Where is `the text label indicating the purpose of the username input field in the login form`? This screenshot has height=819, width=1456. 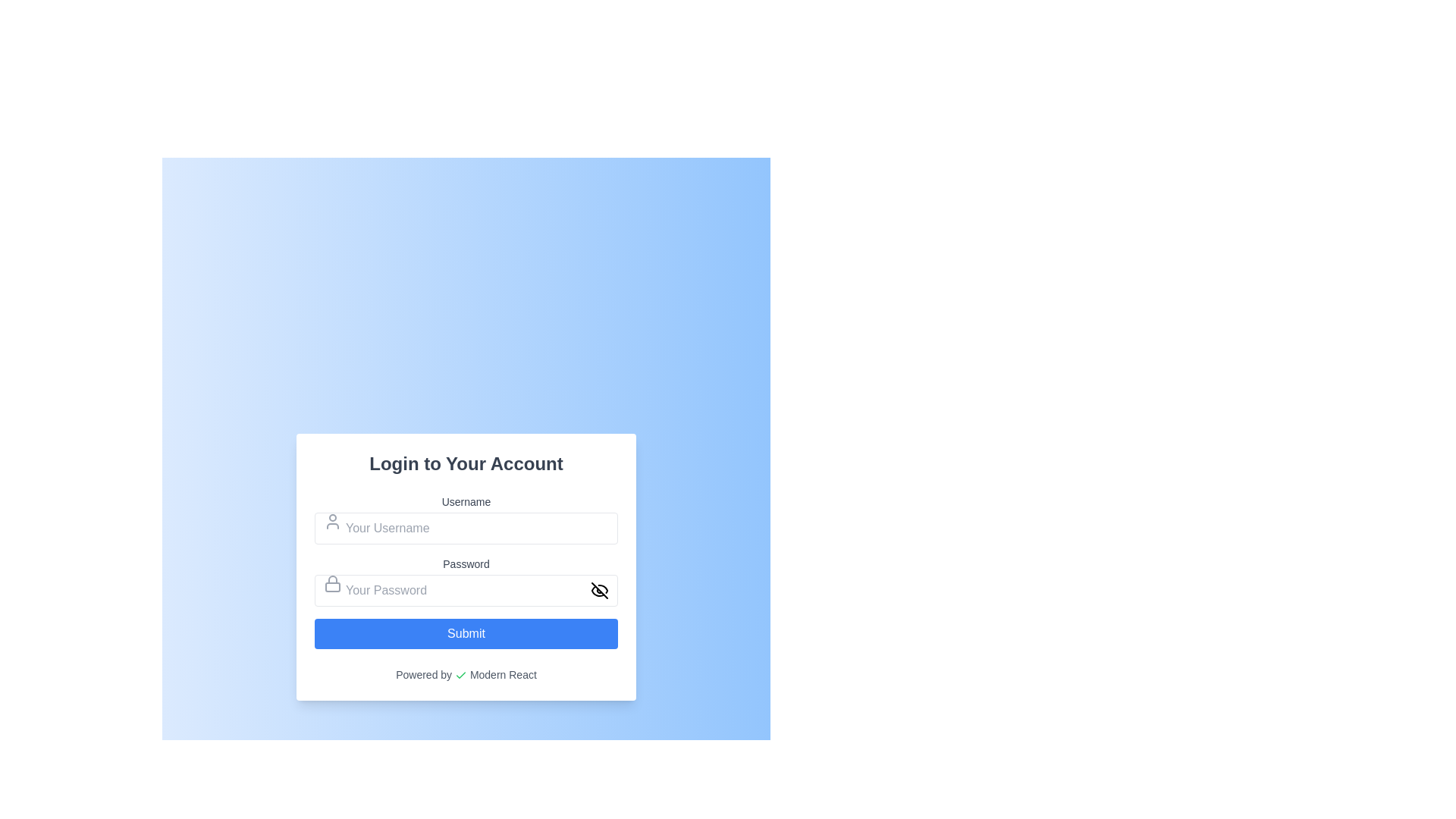 the text label indicating the purpose of the username input field in the login form is located at coordinates (465, 502).